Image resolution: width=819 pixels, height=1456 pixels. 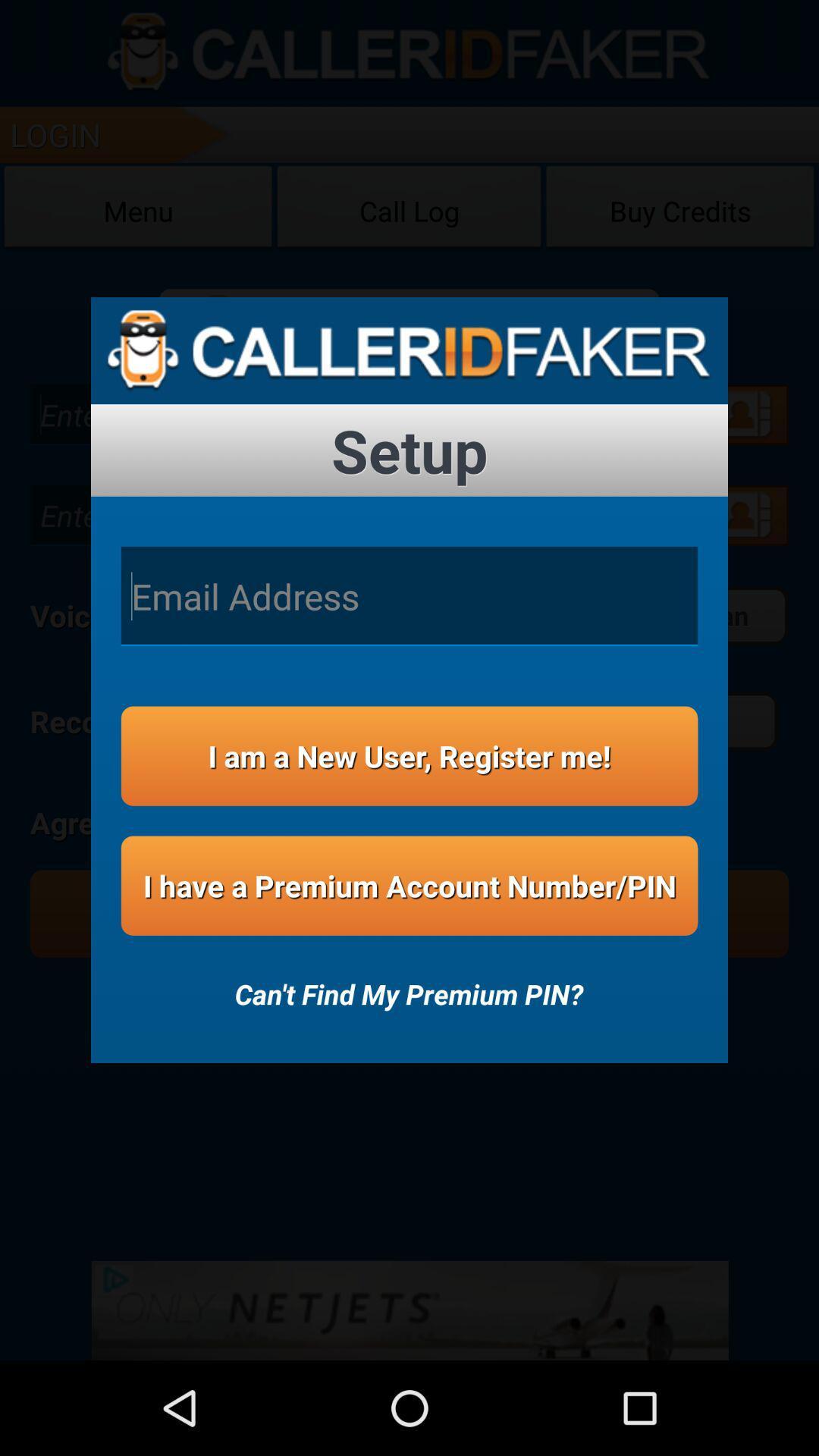 I want to click on the setup item, so click(x=409, y=450).